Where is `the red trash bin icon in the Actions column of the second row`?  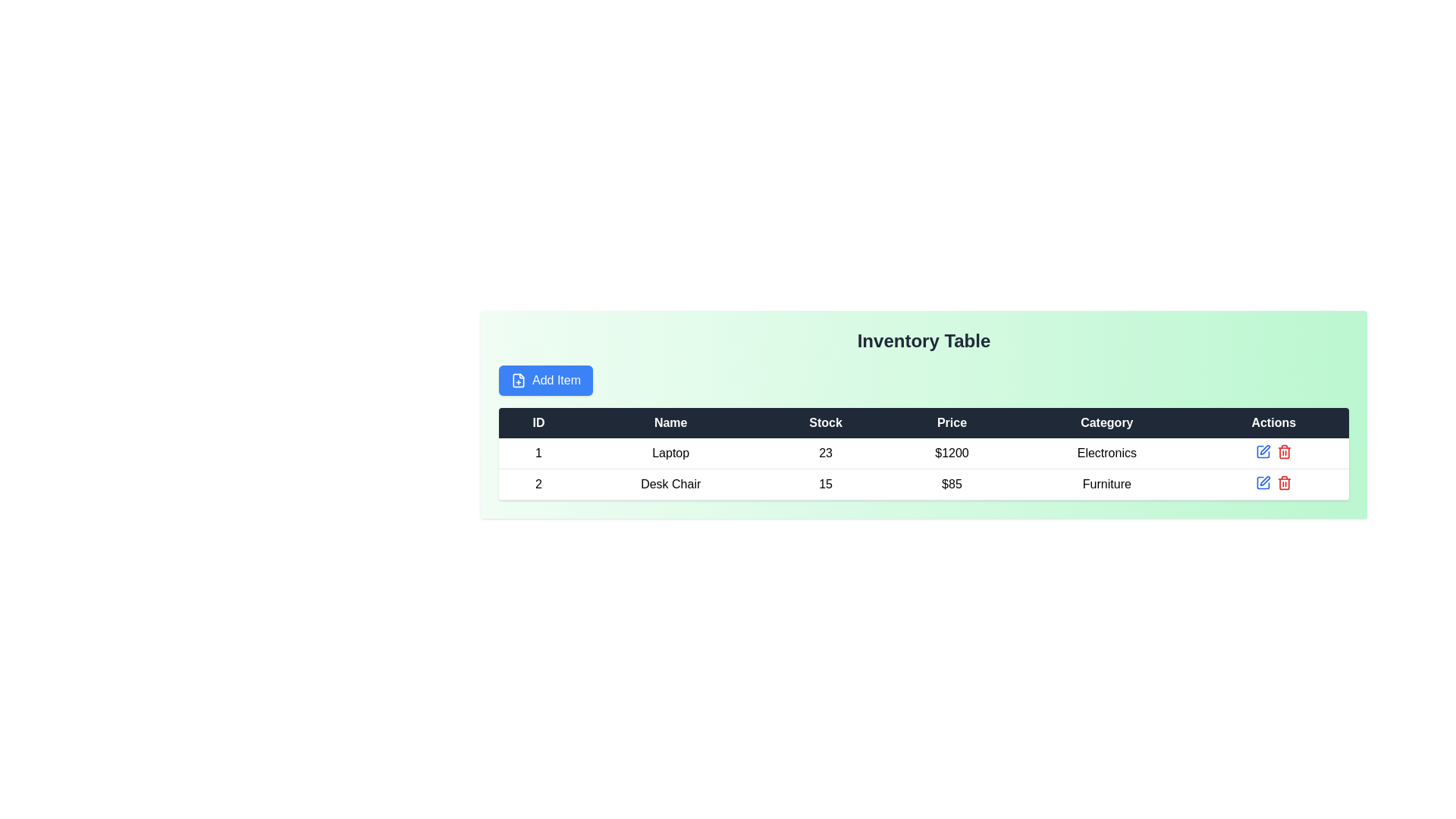
the red trash bin icon in the Actions column of the second row is located at coordinates (1283, 482).